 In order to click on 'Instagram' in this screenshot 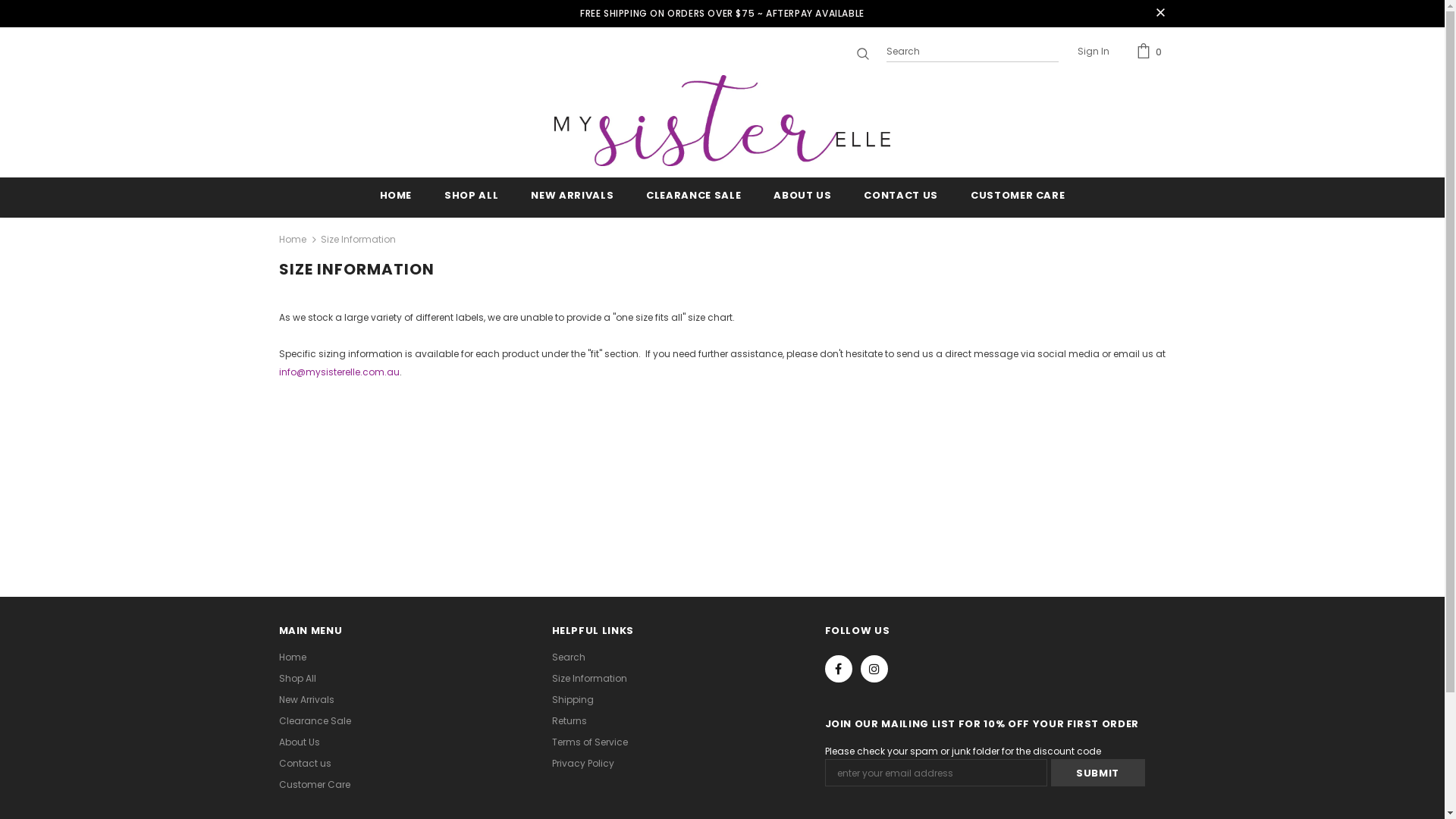, I will do `click(874, 668)`.